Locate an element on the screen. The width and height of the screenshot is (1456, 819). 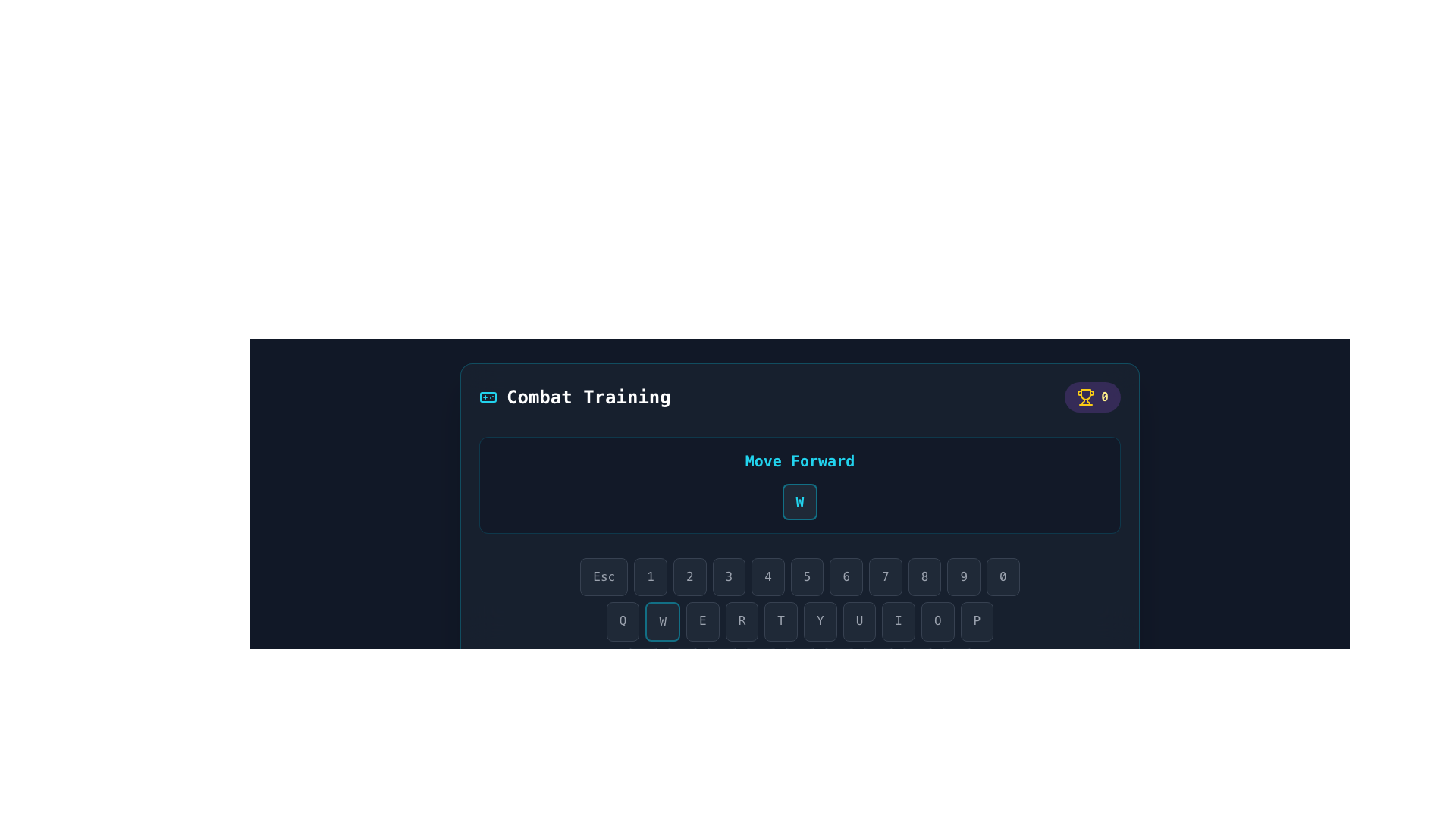
the 'B' key button on the virtual keyboard, which is the sixth button in a row, positioned between 'V' and 'N' is located at coordinates (826, 711).